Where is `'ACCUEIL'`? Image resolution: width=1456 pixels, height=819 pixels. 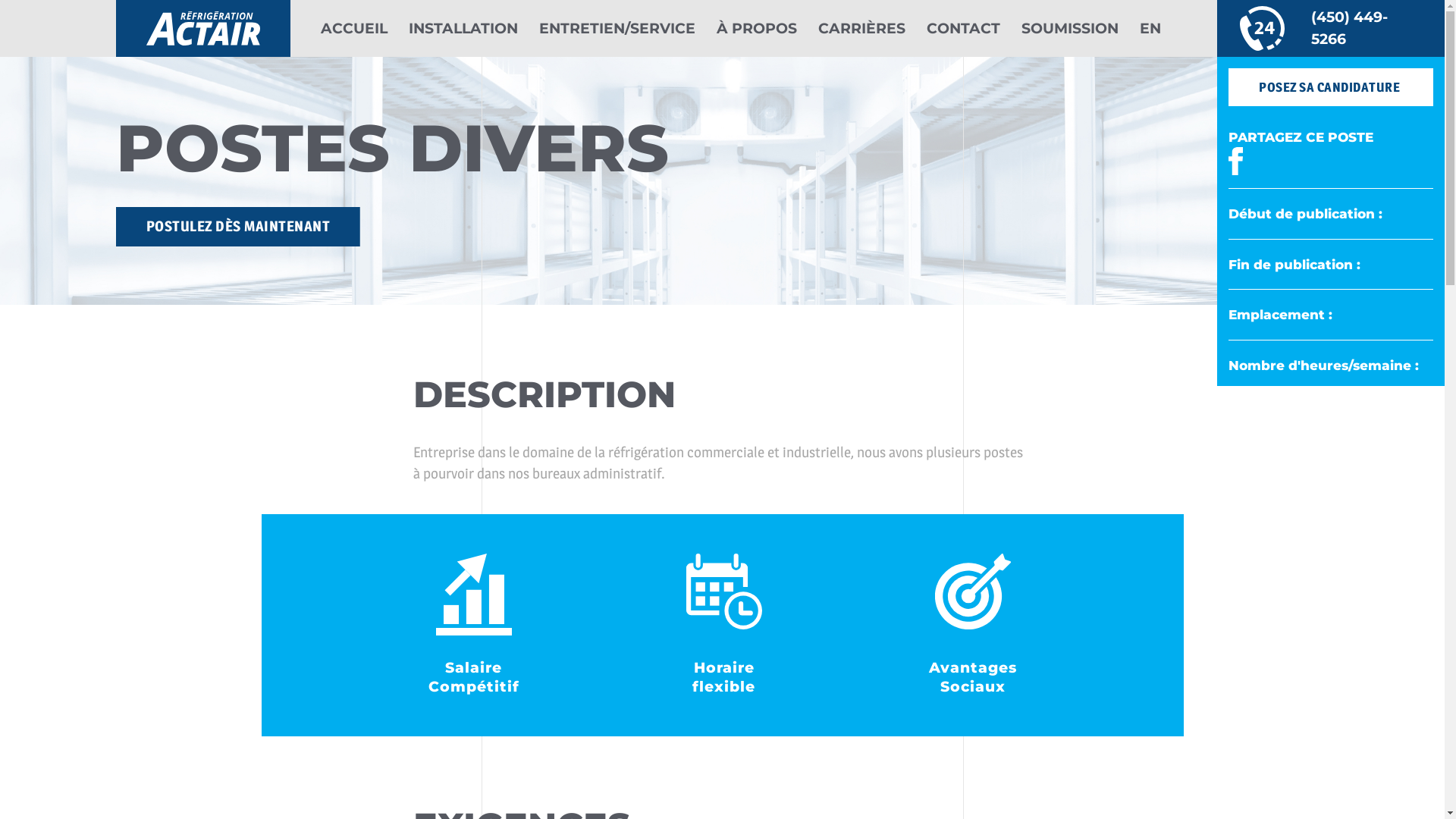 'ACCUEIL' is located at coordinates (319, 28).